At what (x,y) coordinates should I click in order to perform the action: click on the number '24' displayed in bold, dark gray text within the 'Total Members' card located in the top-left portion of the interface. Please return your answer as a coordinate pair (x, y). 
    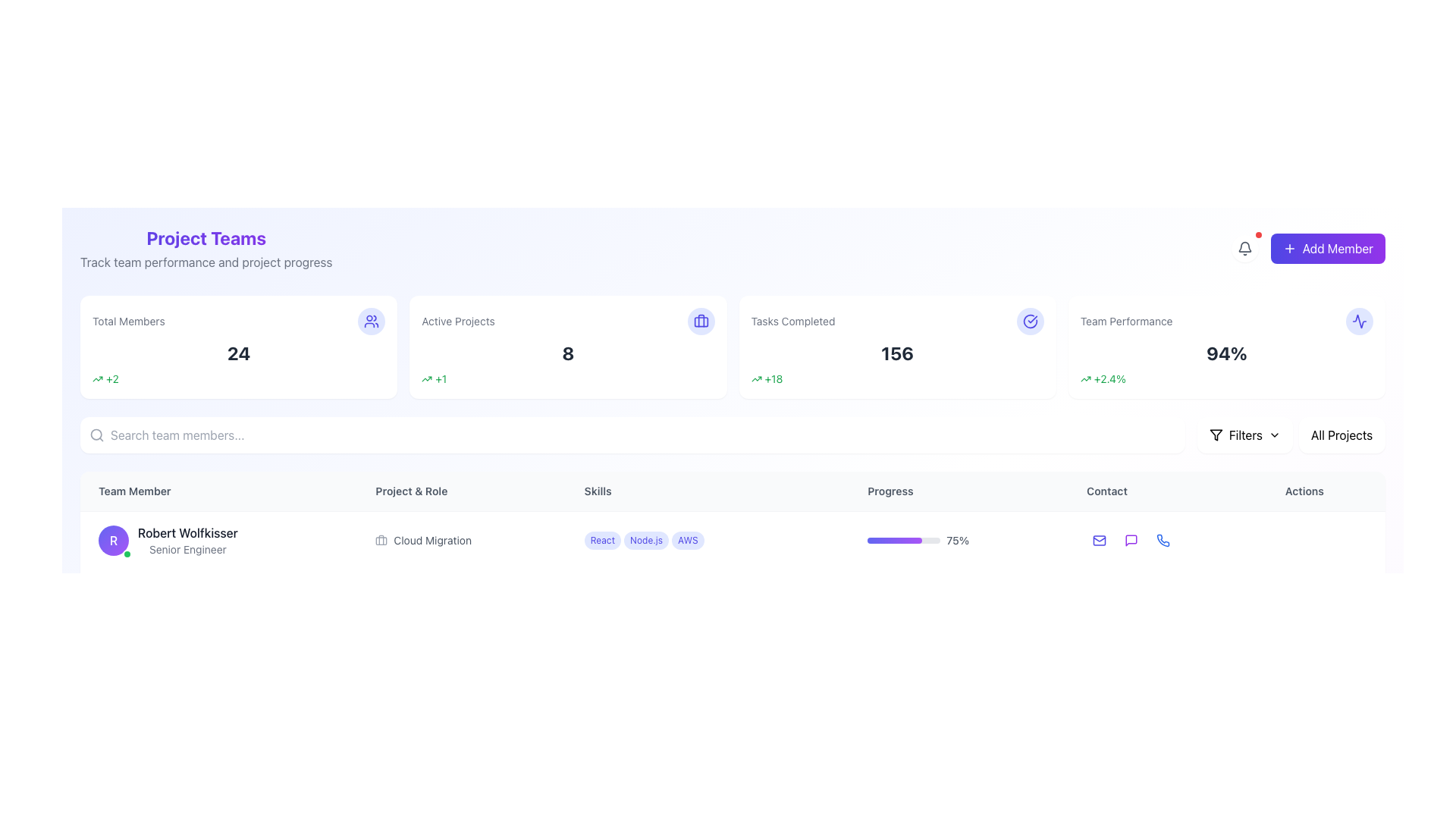
    Looking at the image, I should click on (238, 353).